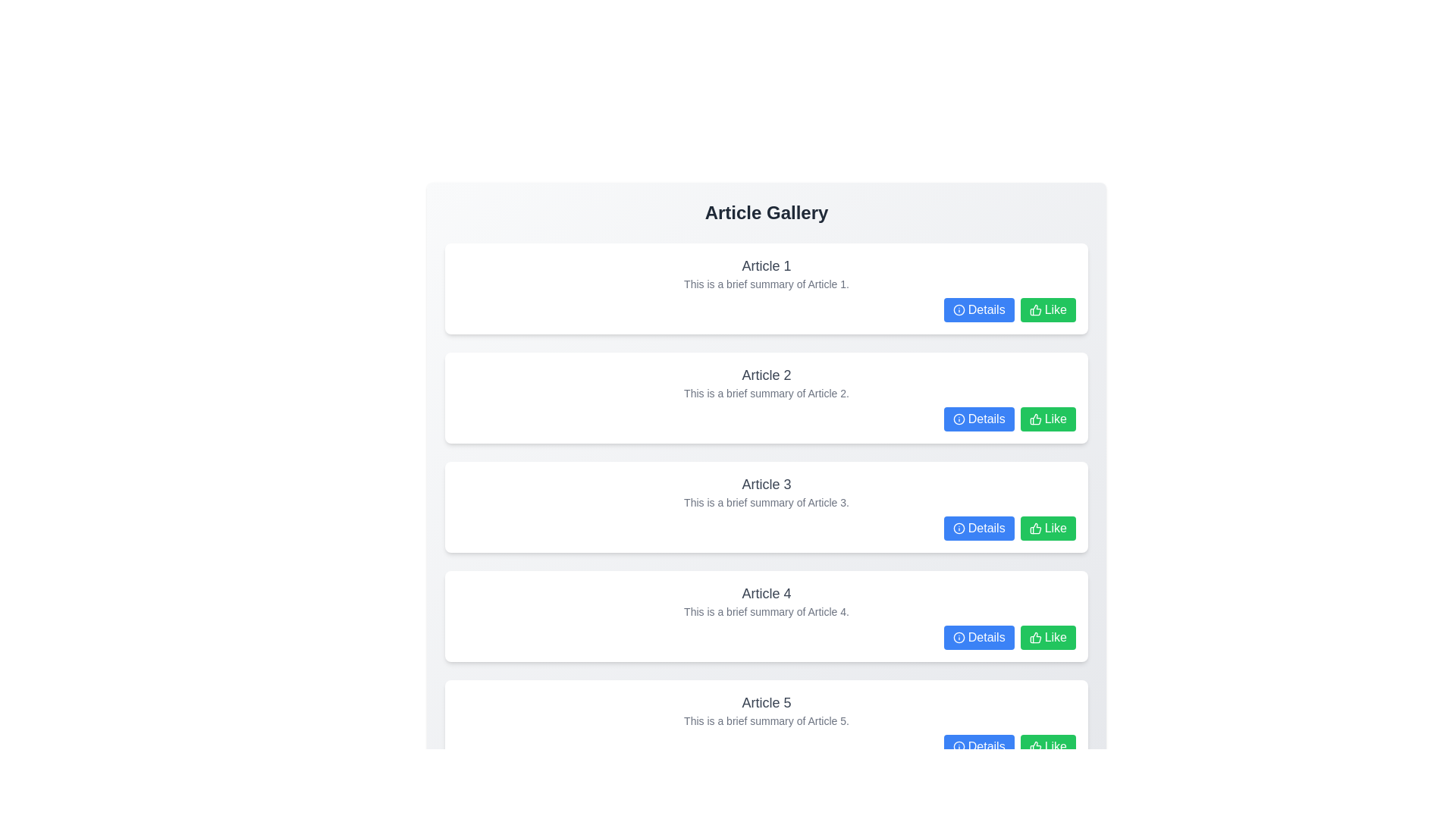 Image resolution: width=1456 pixels, height=819 pixels. I want to click on the text element displaying 'Article 4', which is styled as a medium-large heading in gray and positioned above its summary within an article card layout, so click(767, 593).